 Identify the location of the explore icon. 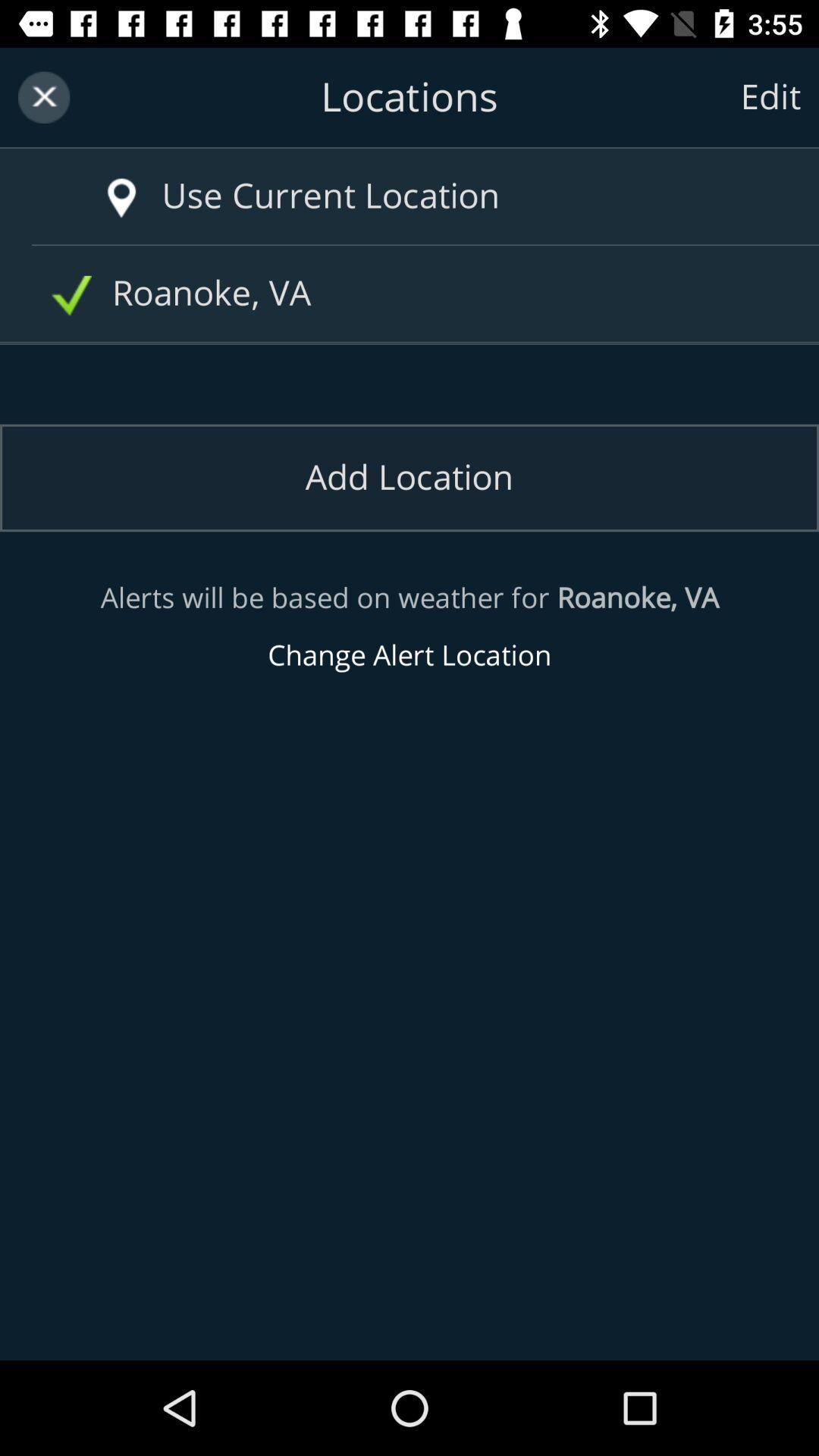
(99, 182).